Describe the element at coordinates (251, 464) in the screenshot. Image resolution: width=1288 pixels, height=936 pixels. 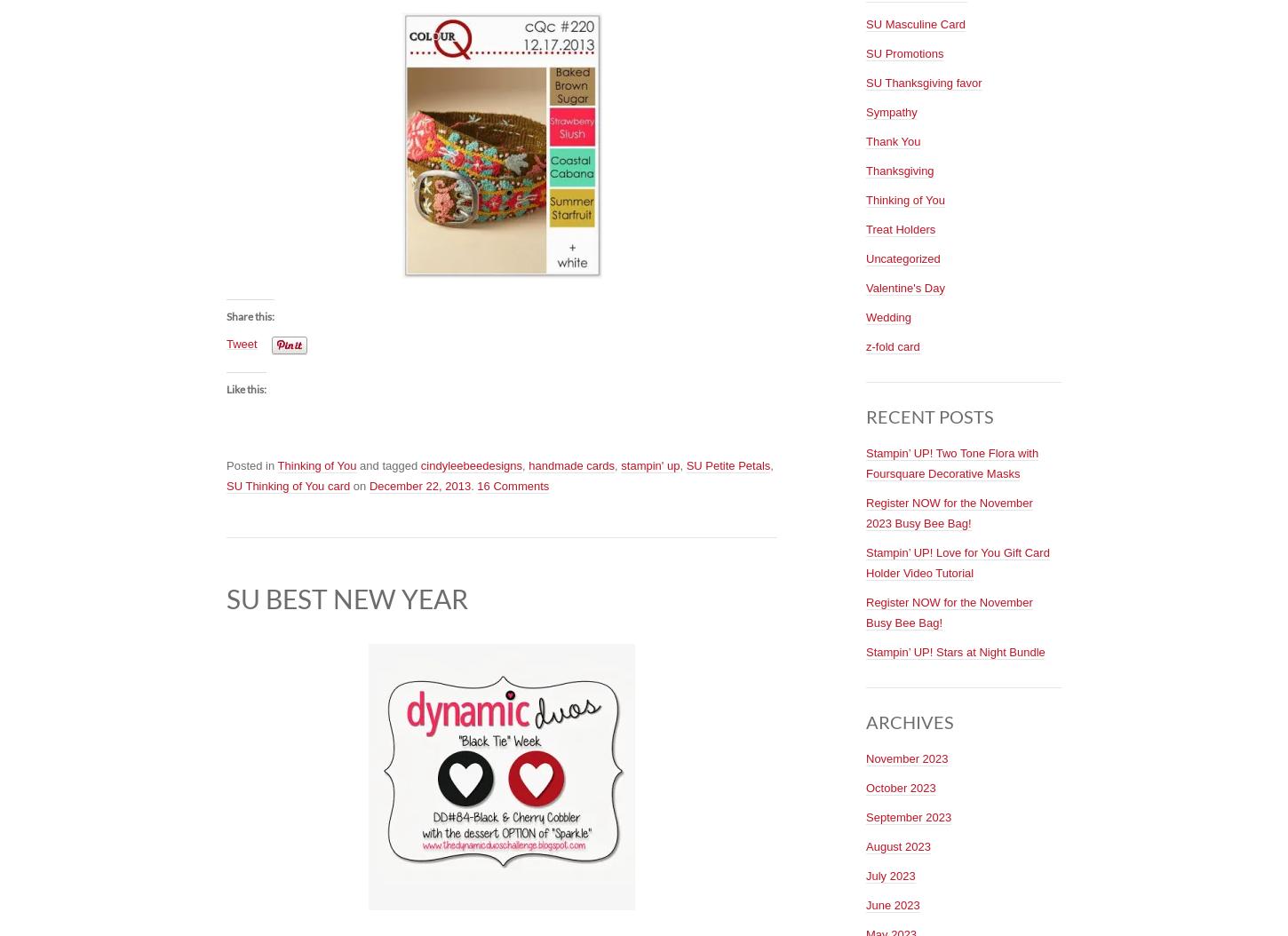
I see `'Posted in'` at that location.